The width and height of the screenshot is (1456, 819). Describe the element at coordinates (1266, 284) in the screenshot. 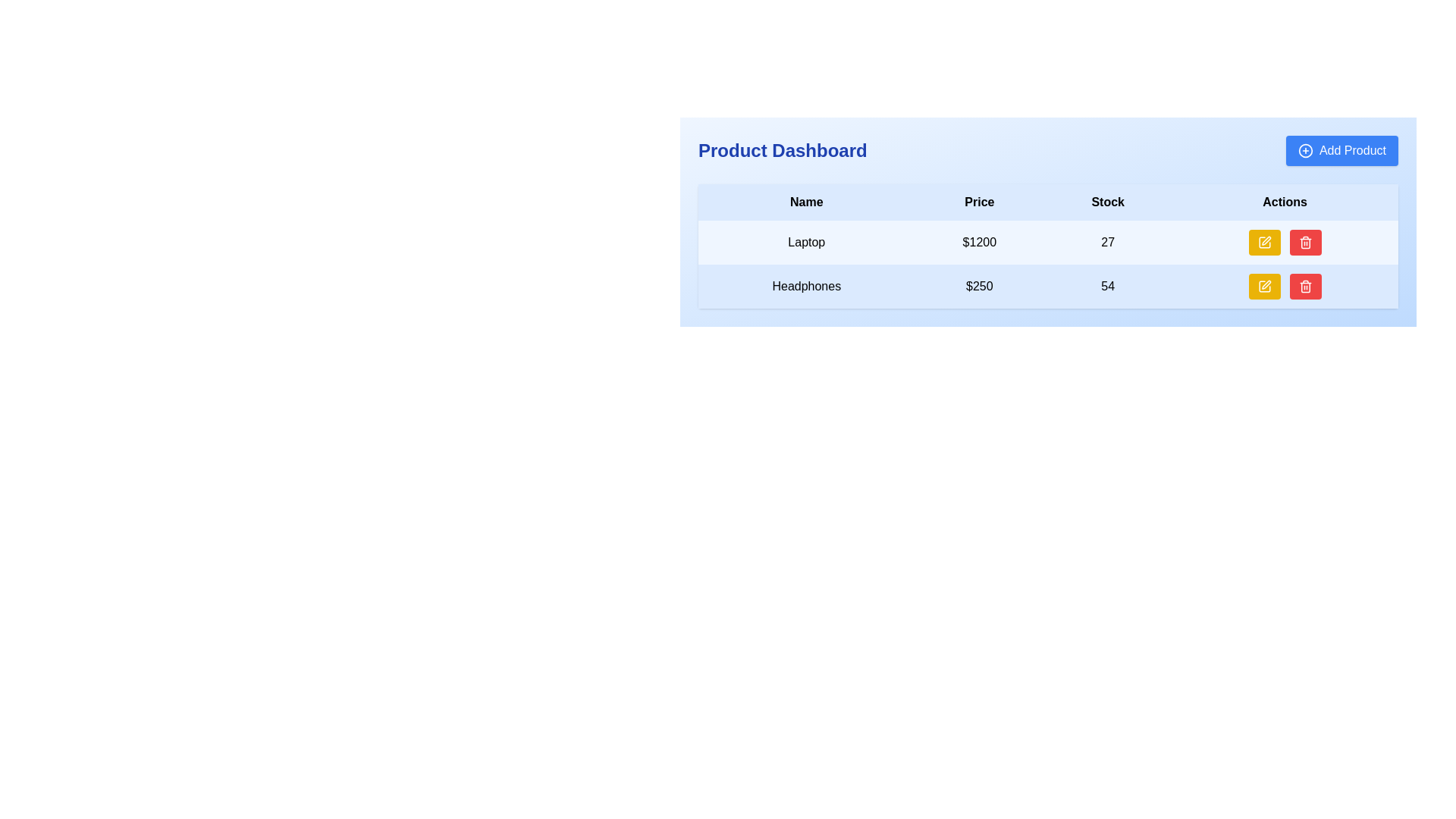

I see `the edit icon button located on the rightmost side of the Actions column in the second row of the table, adjacent to the red trash bin icon` at that location.